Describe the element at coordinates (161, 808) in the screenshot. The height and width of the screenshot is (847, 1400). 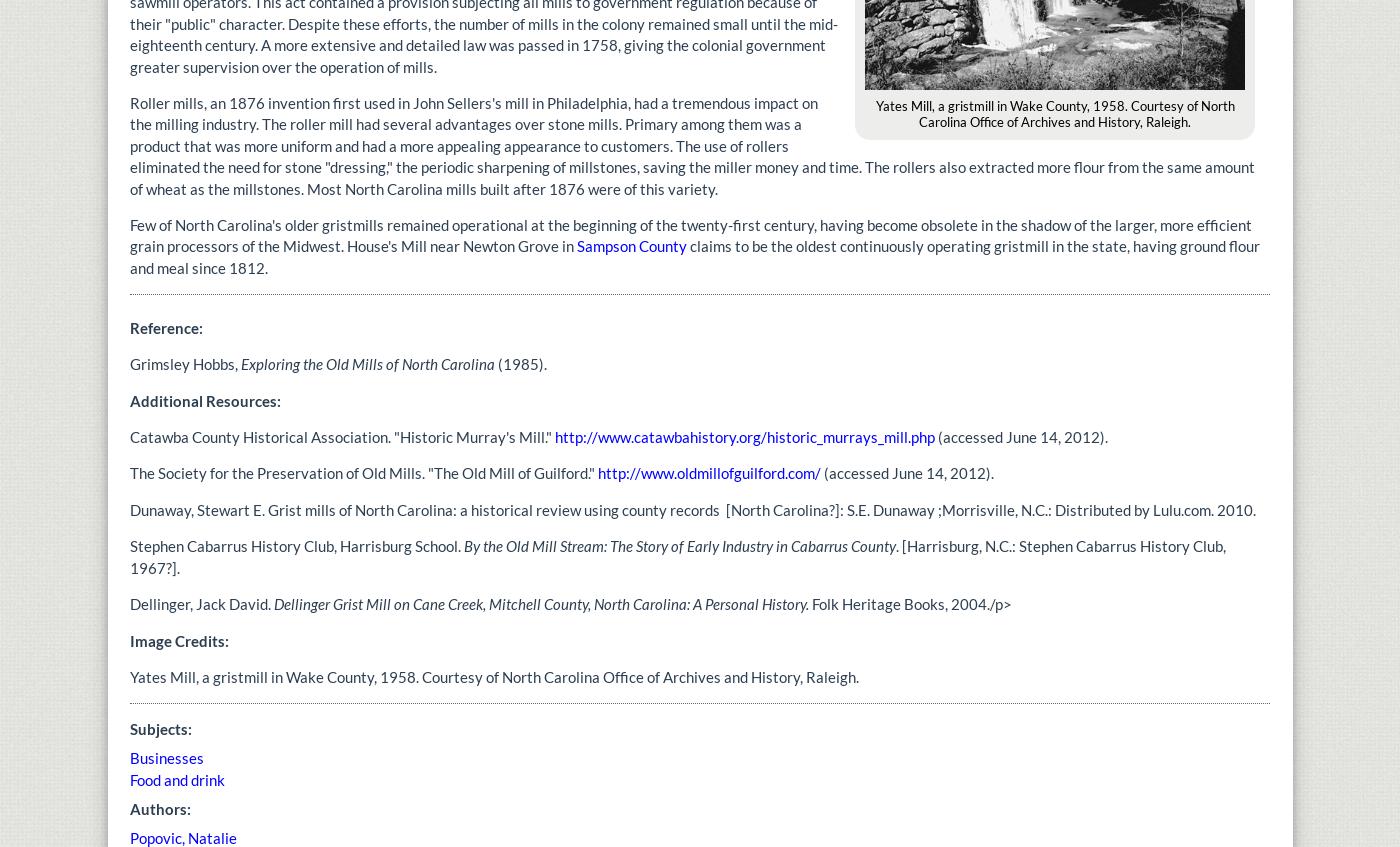
I see `'Authors:'` at that location.